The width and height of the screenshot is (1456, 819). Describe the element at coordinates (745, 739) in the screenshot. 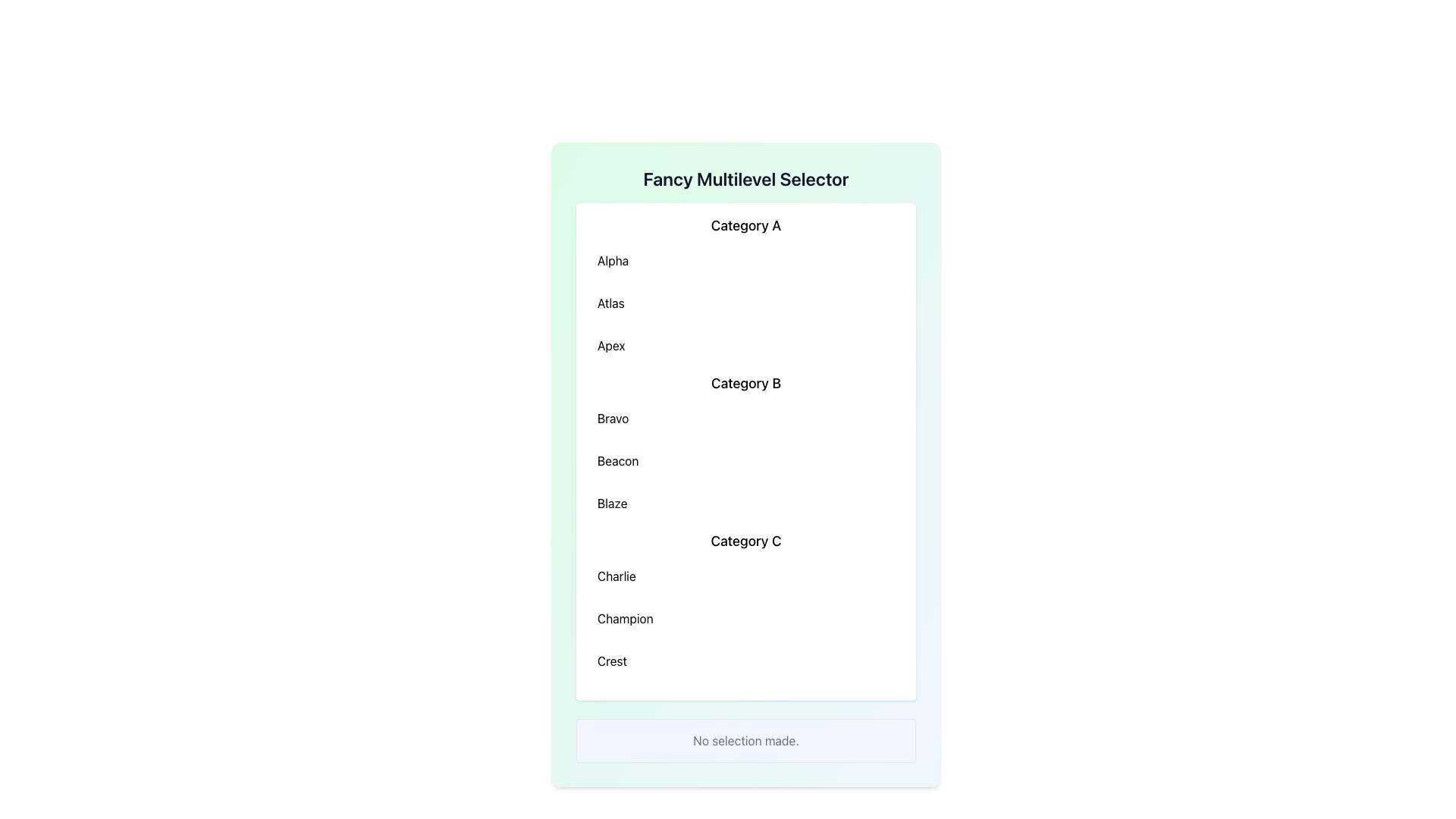

I see `the text label displaying 'No selection made.' which is styled with a gray font, located at the bottom section of a light blue component, centered horizontally` at that location.